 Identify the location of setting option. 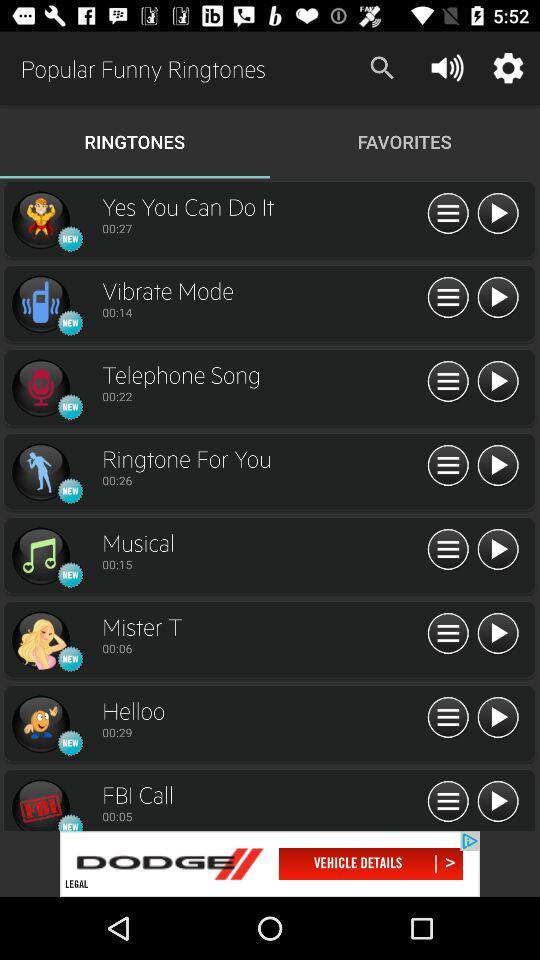
(448, 214).